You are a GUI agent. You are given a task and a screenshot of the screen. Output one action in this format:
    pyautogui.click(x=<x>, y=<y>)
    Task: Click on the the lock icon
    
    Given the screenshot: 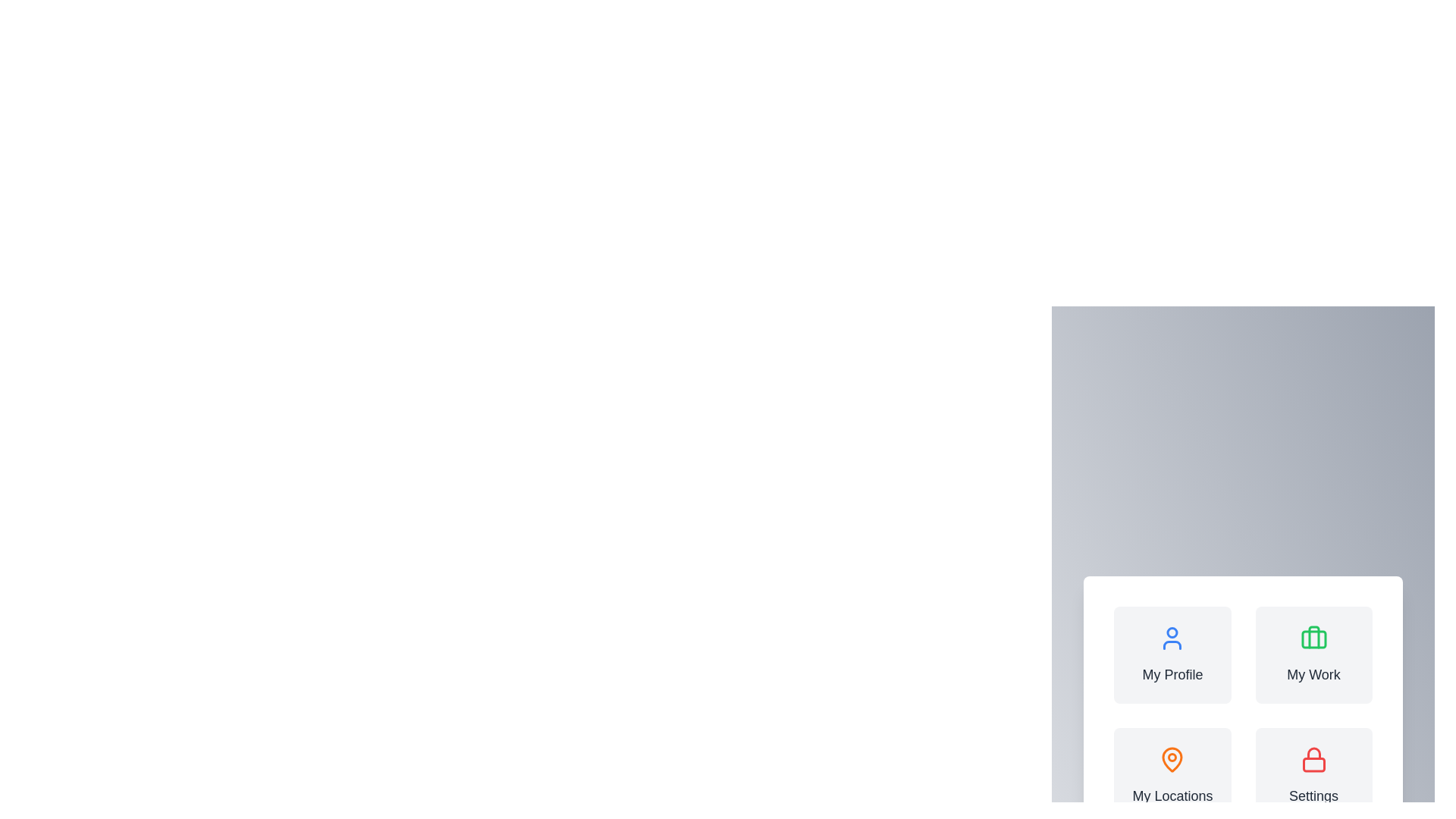 What is the action you would take?
    pyautogui.click(x=1313, y=764)
    